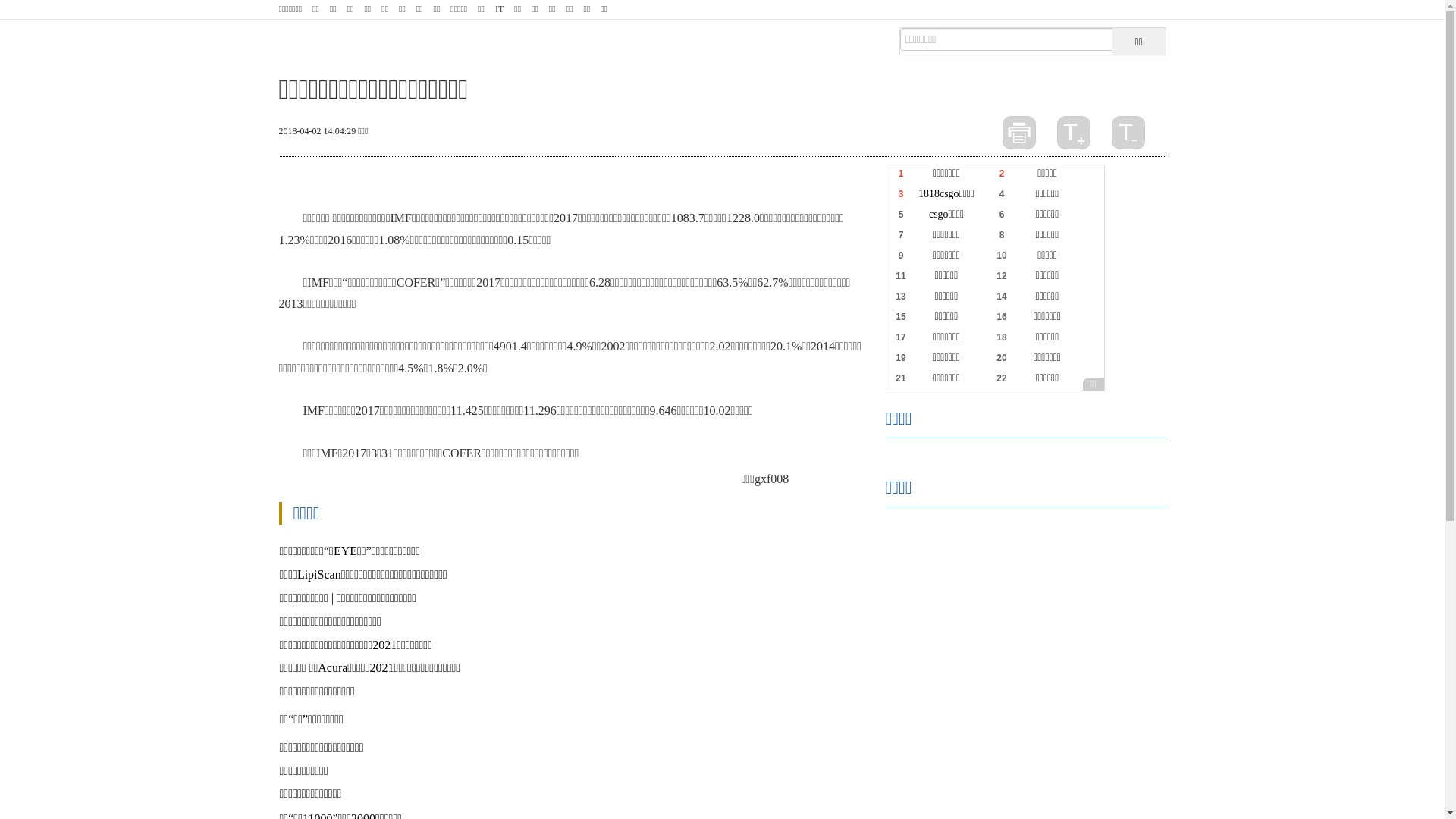  What do you see at coordinates (499, 9) in the screenshot?
I see `'IT'` at bounding box center [499, 9].